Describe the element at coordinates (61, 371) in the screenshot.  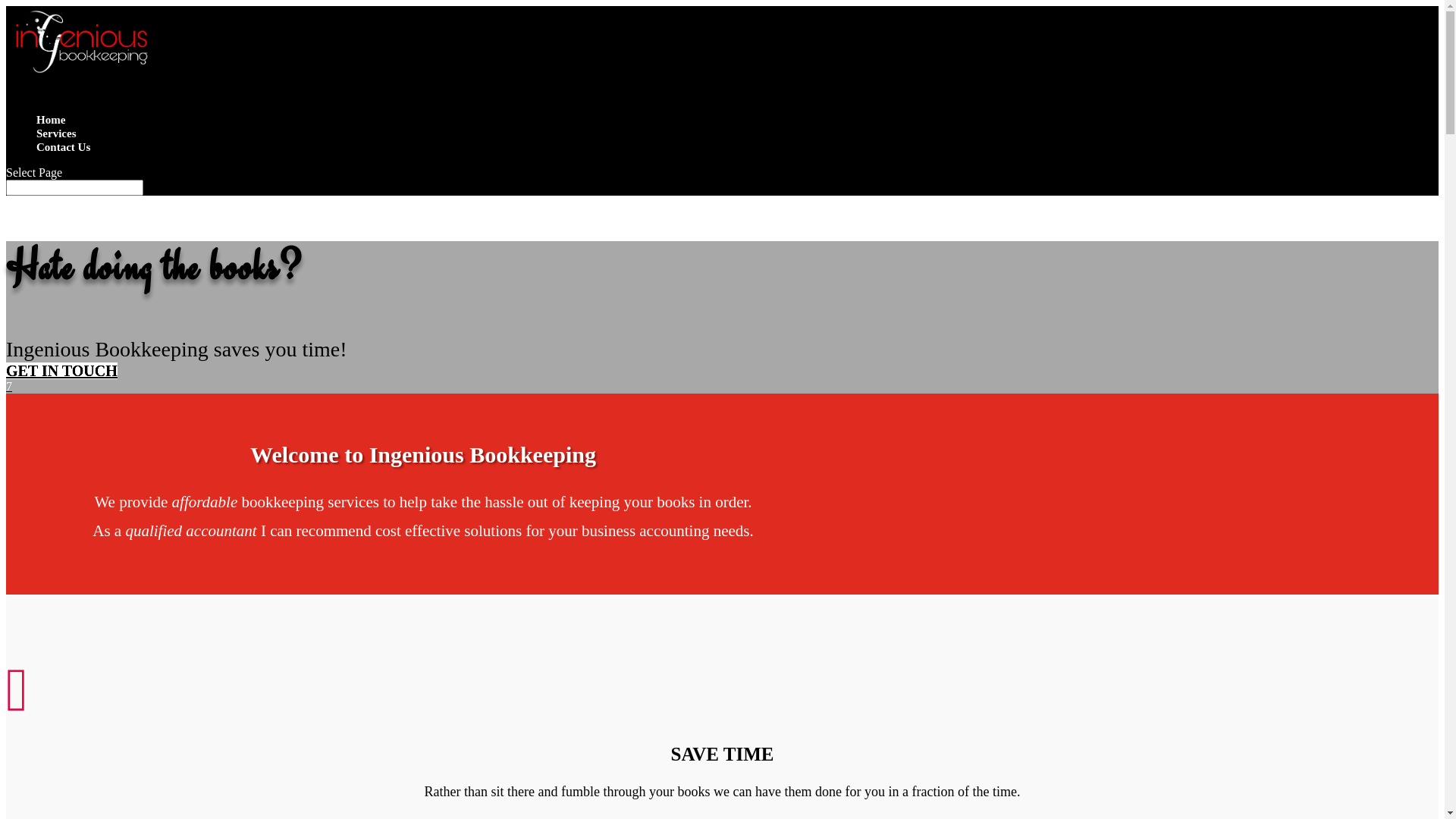
I see `'GET IN TOUCH'` at that location.